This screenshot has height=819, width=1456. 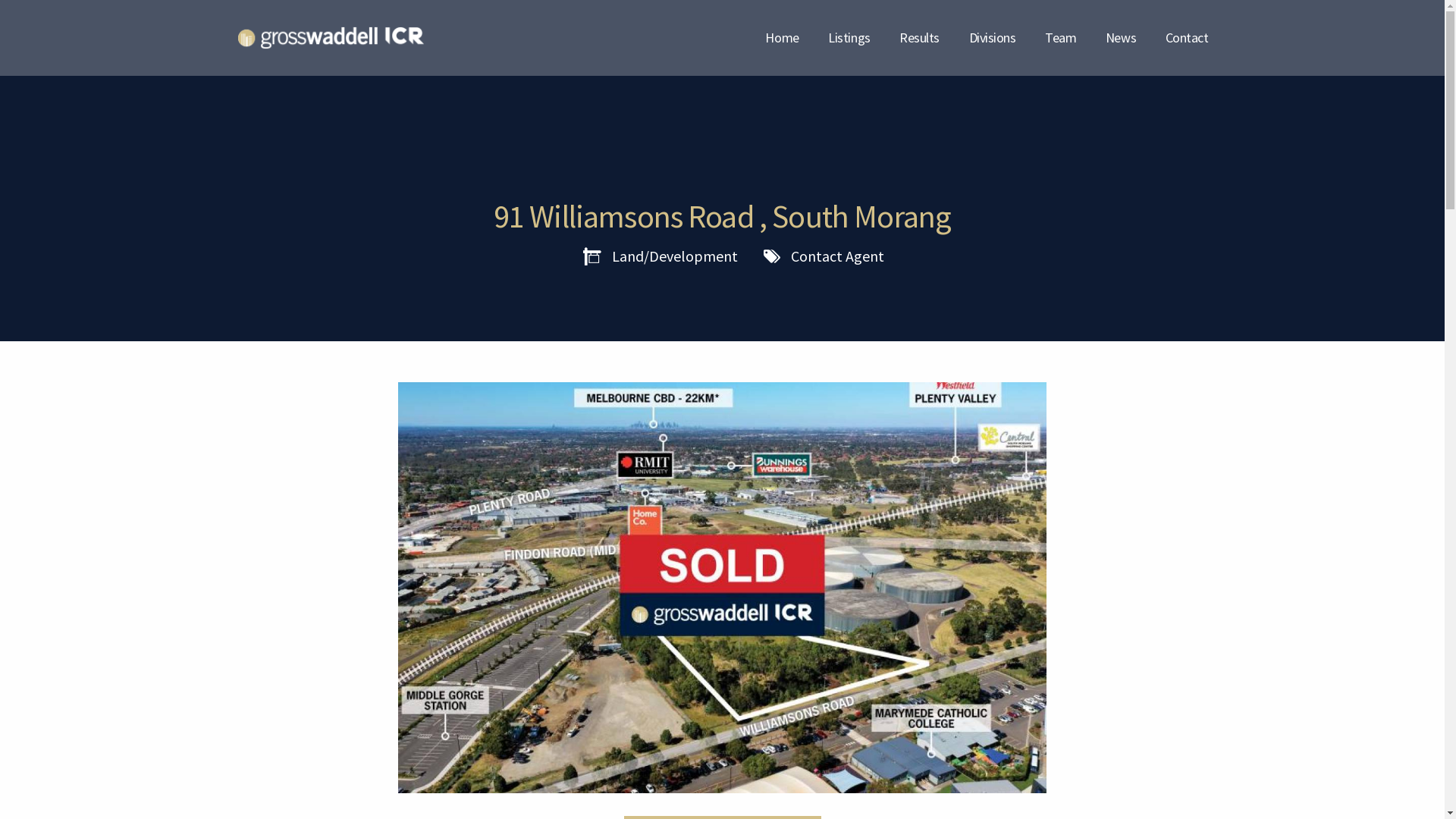 I want to click on 'Contact', so click(x=1186, y=36).